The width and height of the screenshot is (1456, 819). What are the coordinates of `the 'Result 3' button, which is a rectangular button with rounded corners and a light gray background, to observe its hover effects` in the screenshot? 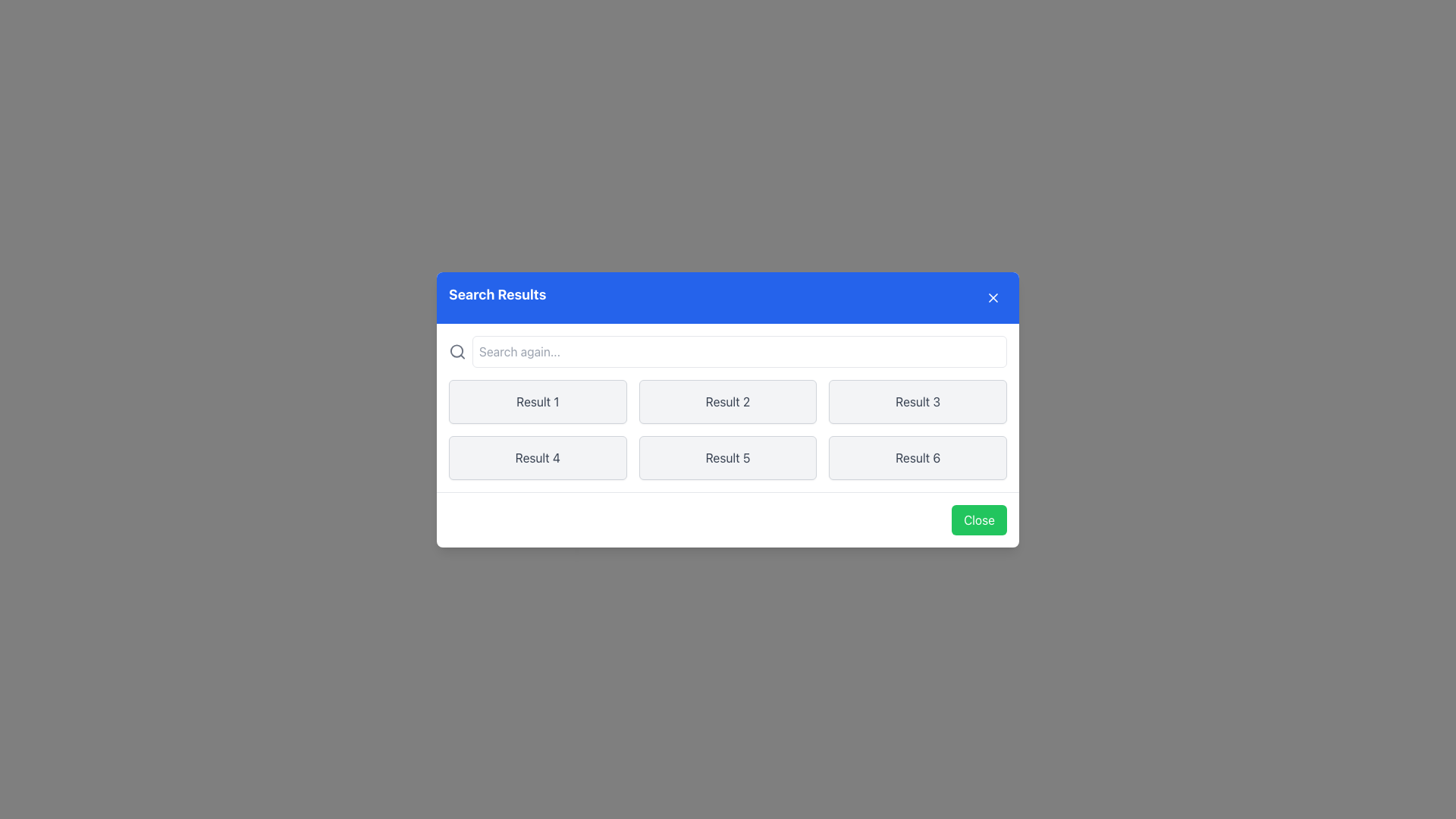 It's located at (917, 400).